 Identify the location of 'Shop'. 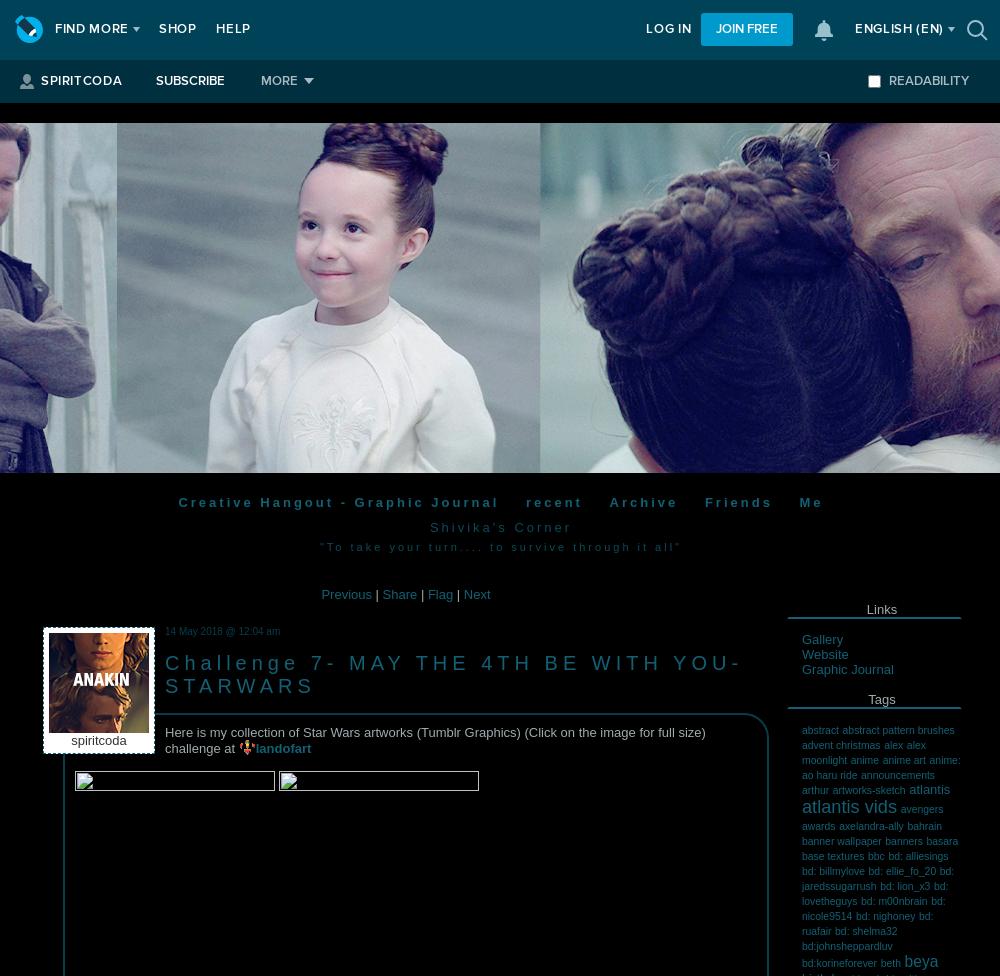
(177, 29).